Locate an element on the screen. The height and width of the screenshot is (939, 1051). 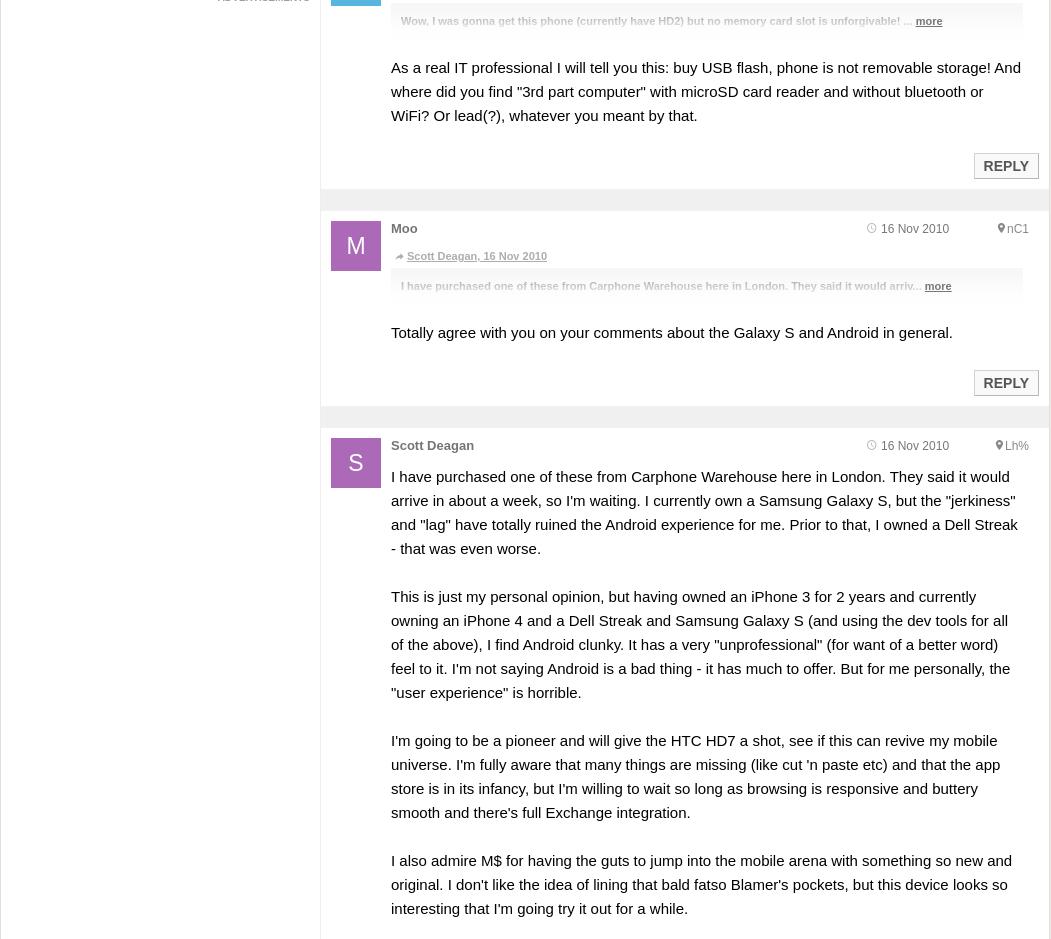
'Scott Deagan' is located at coordinates (389, 444).